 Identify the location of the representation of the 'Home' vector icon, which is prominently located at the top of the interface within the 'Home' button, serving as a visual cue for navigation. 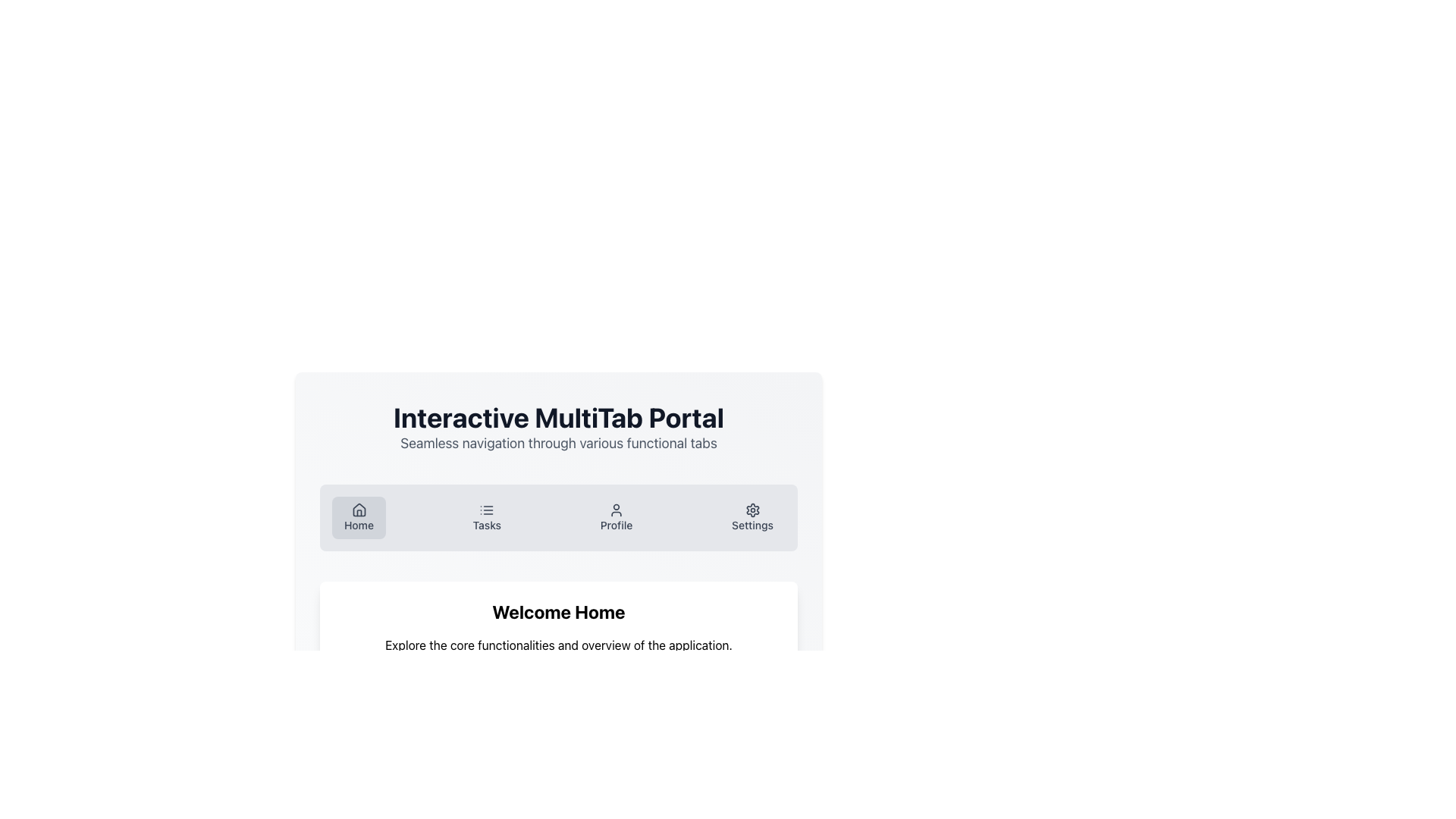
(358, 510).